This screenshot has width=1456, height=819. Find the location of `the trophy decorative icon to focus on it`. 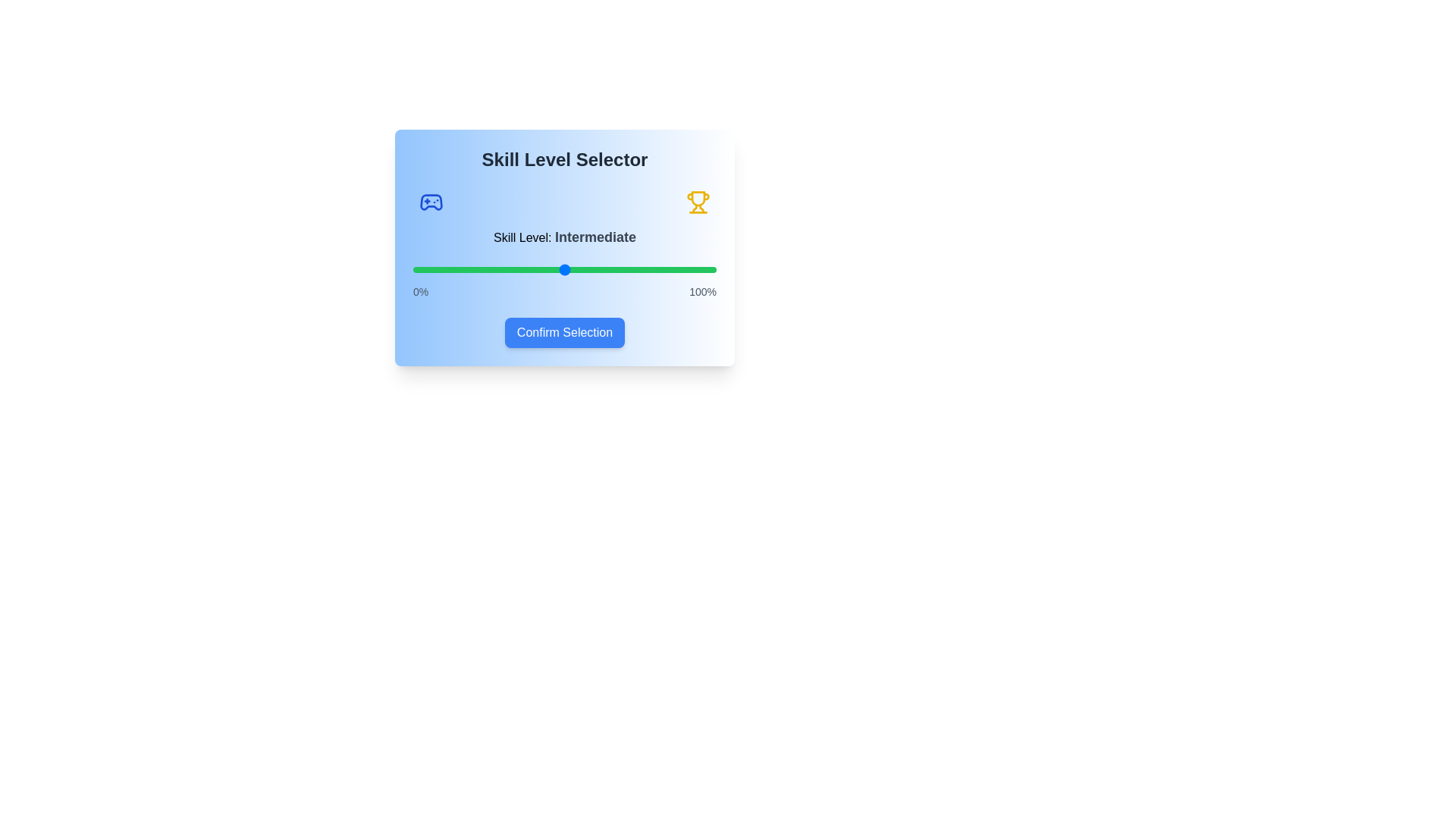

the trophy decorative icon to focus on it is located at coordinates (698, 201).